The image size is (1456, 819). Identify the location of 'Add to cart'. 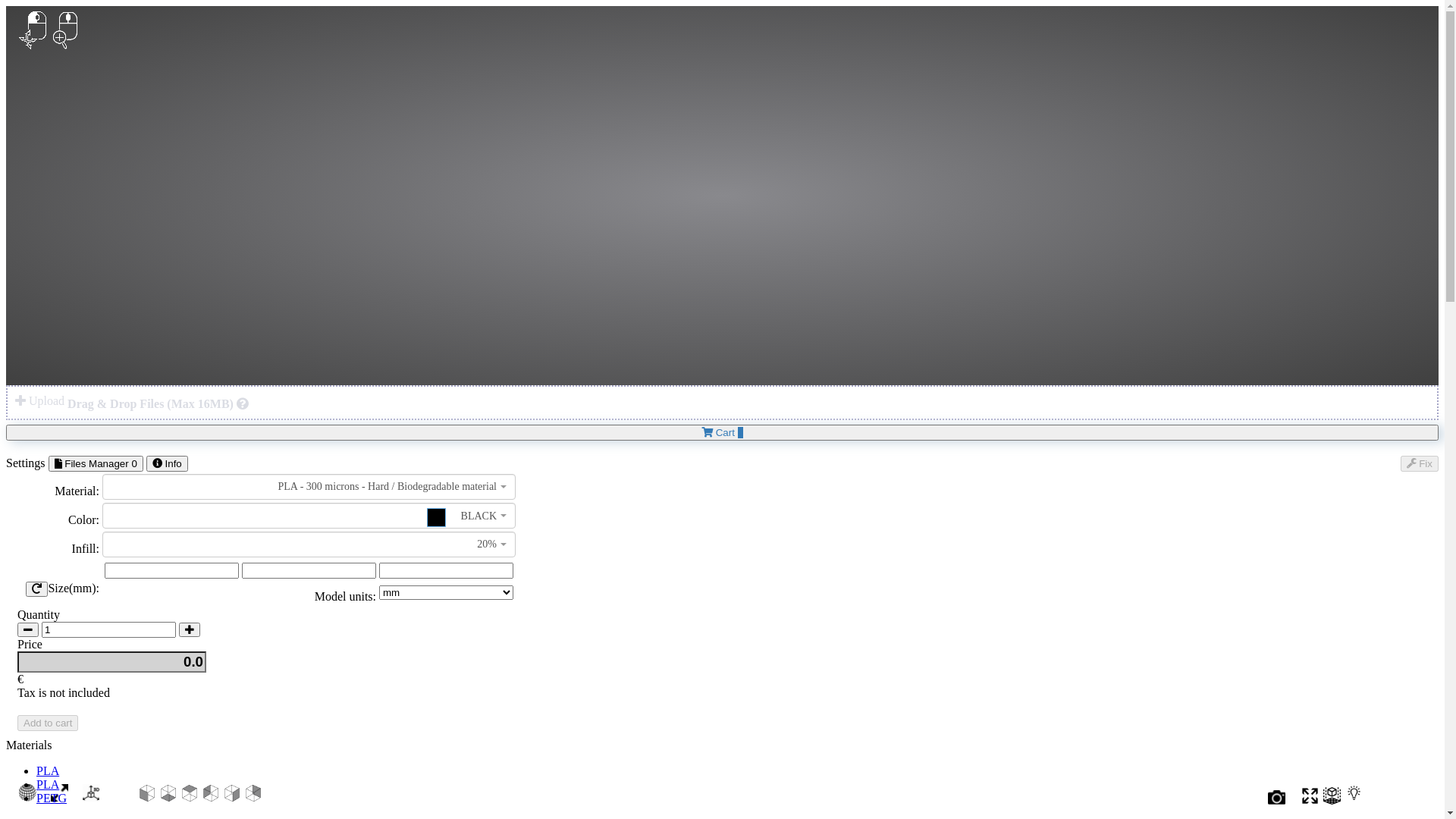
(47, 722).